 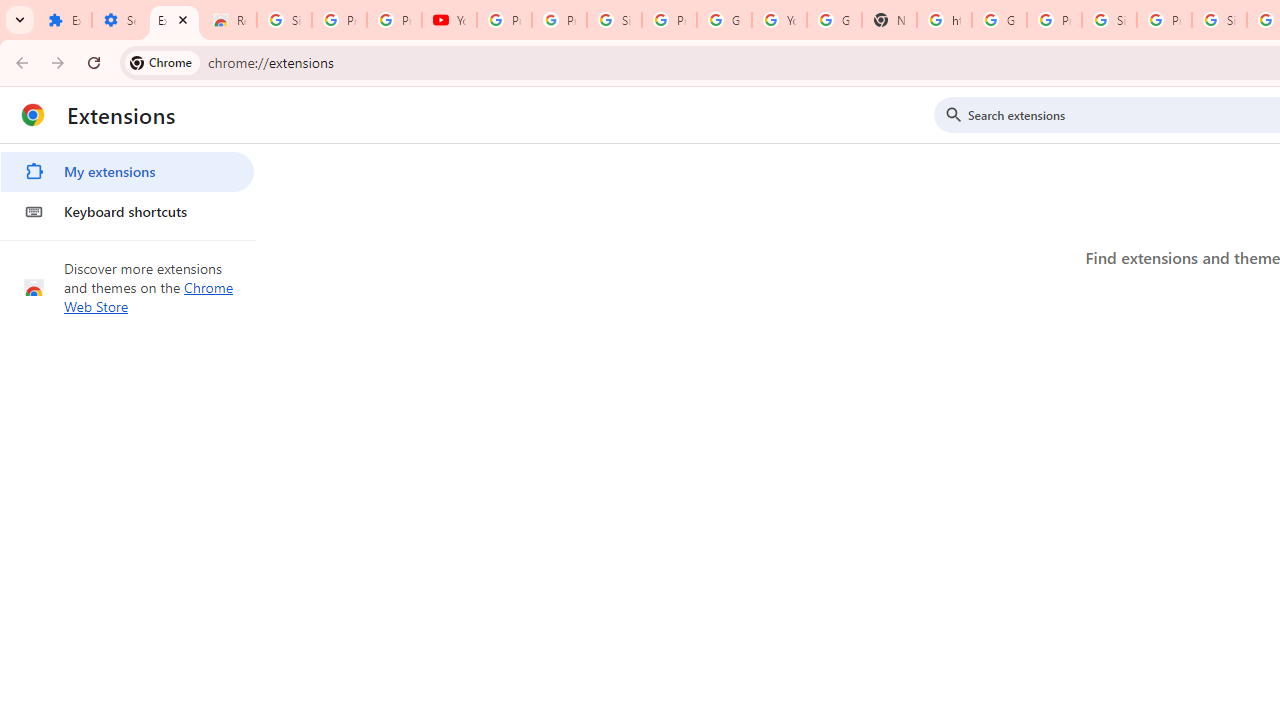 What do you see at coordinates (448, 20) in the screenshot?
I see `'YouTube'` at bounding box center [448, 20].